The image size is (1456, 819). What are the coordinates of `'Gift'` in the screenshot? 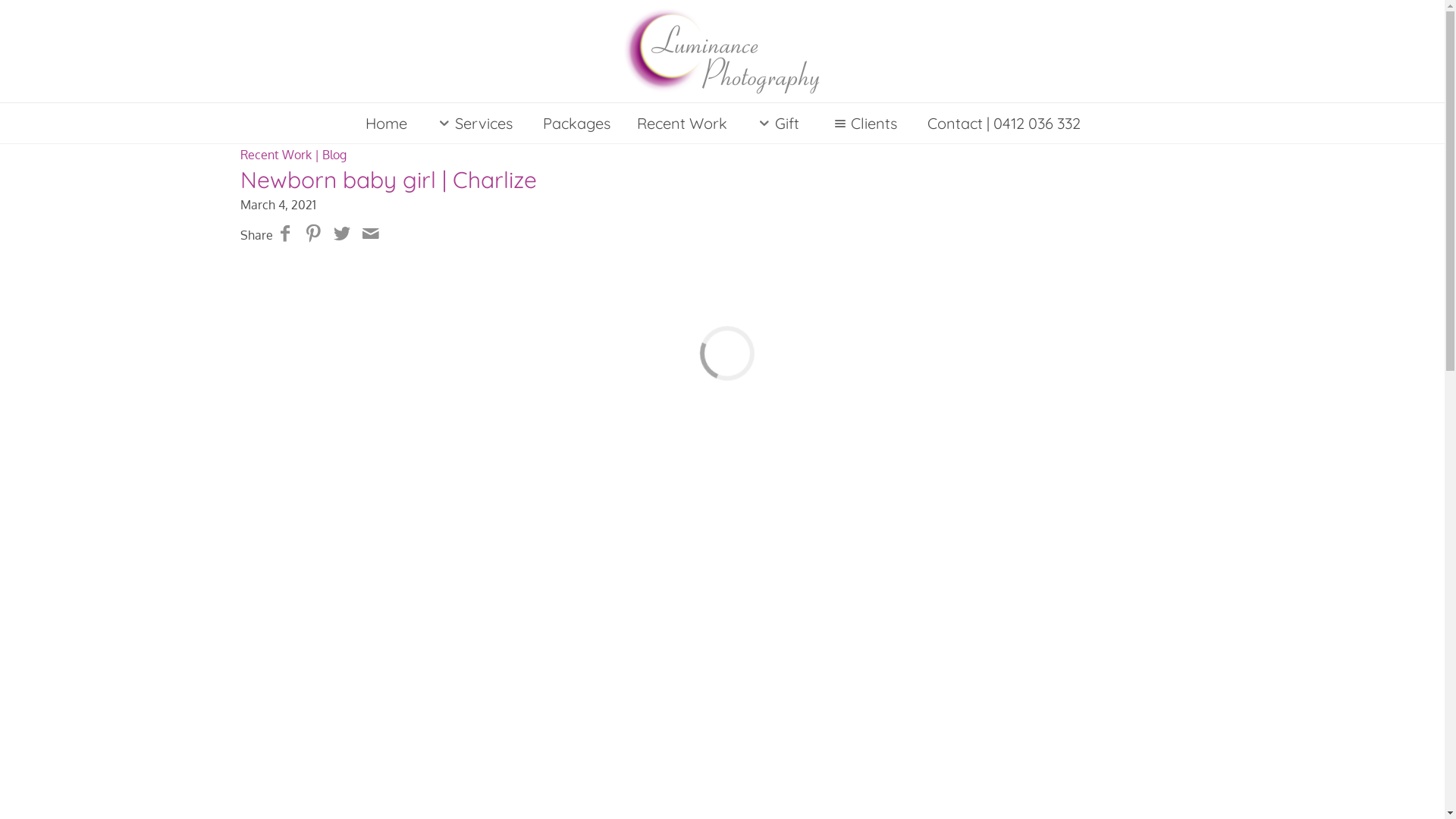 It's located at (776, 122).